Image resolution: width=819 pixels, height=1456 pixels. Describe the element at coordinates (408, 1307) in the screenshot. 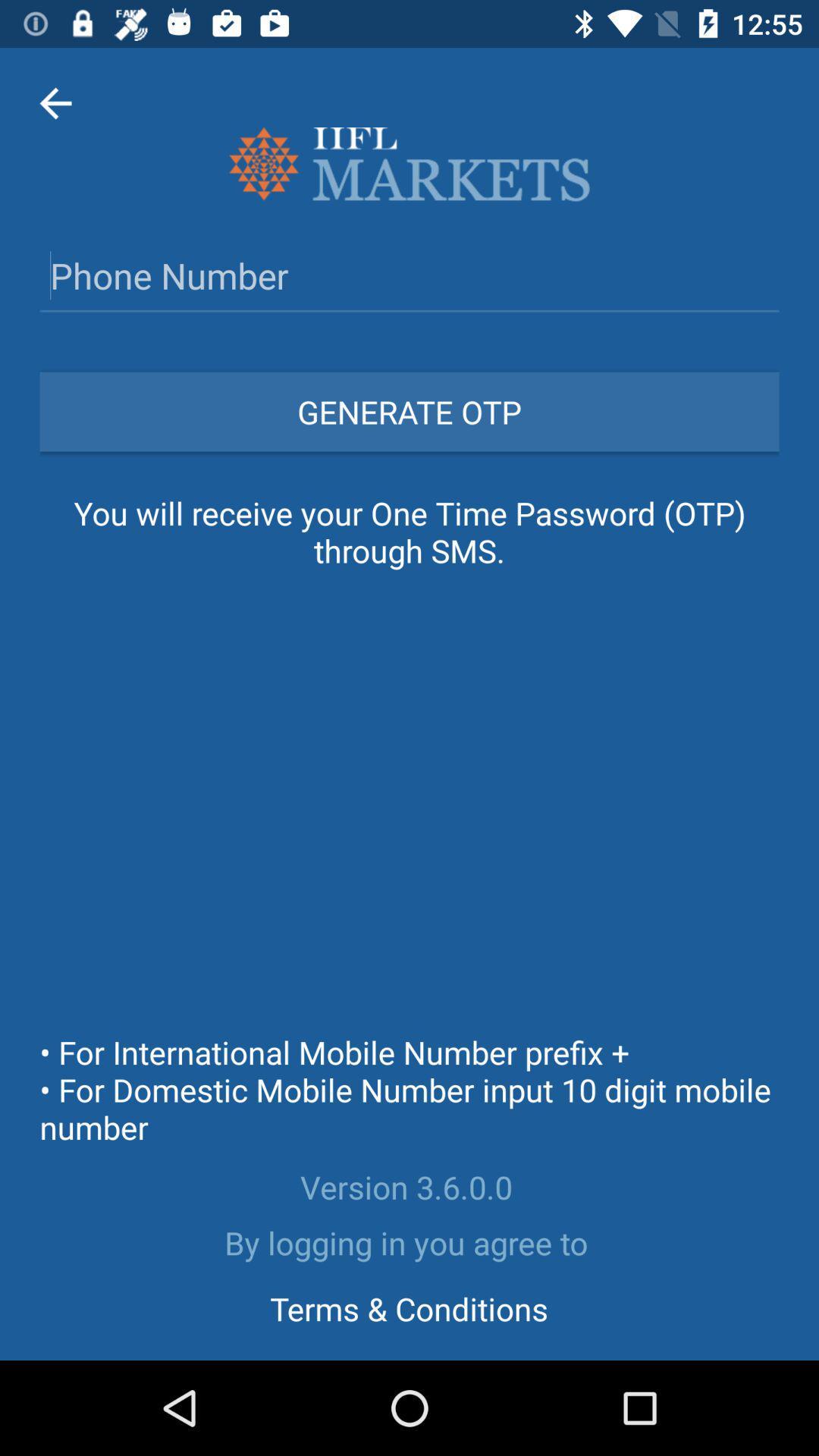

I see `the terms & conditions item` at that location.